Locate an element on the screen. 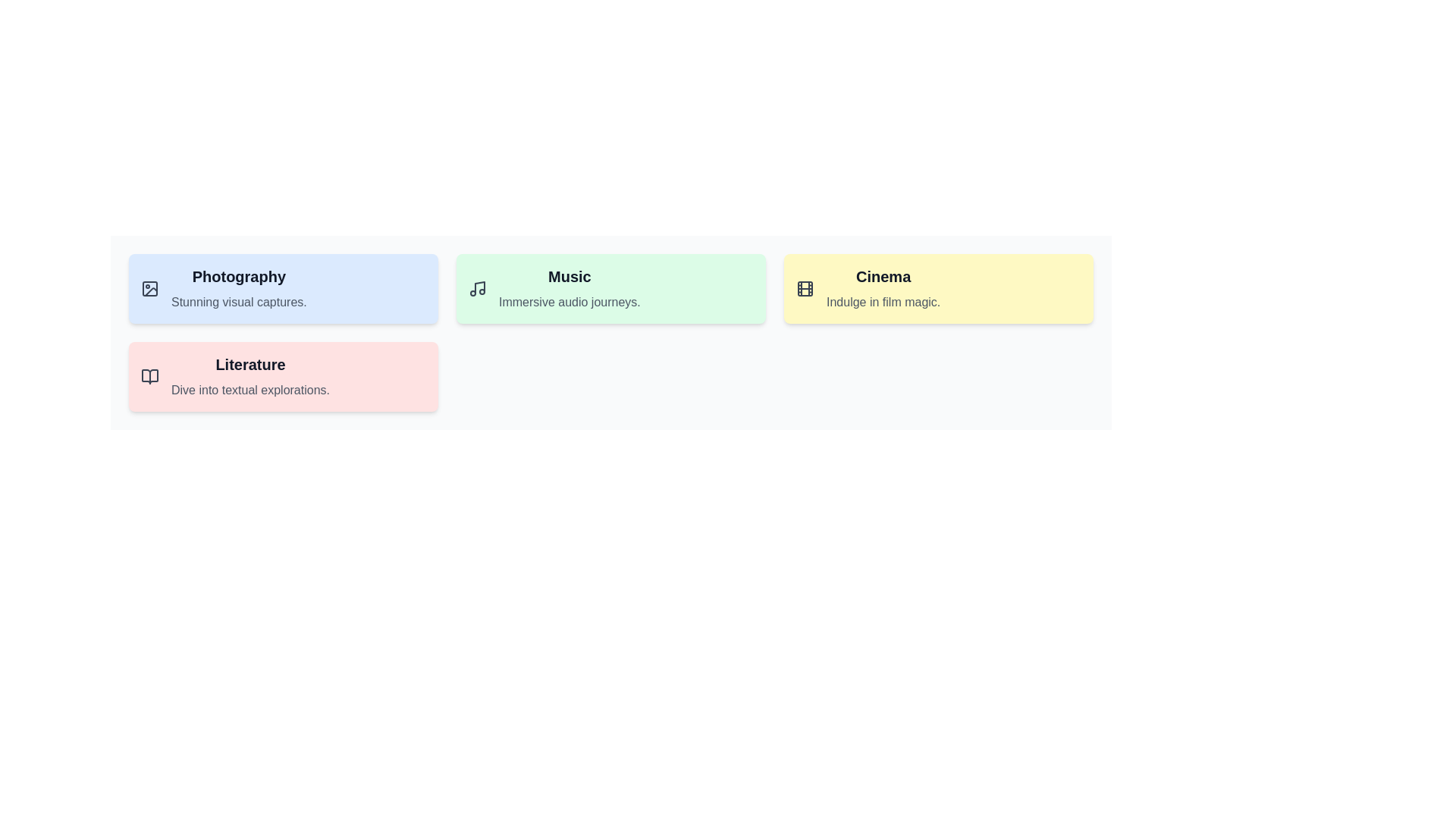 Image resolution: width=1456 pixels, height=819 pixels. descriptive text label located below the 'Music' title within the second card of a horizontally arranged series of cards is located at coordinates (569, 302).